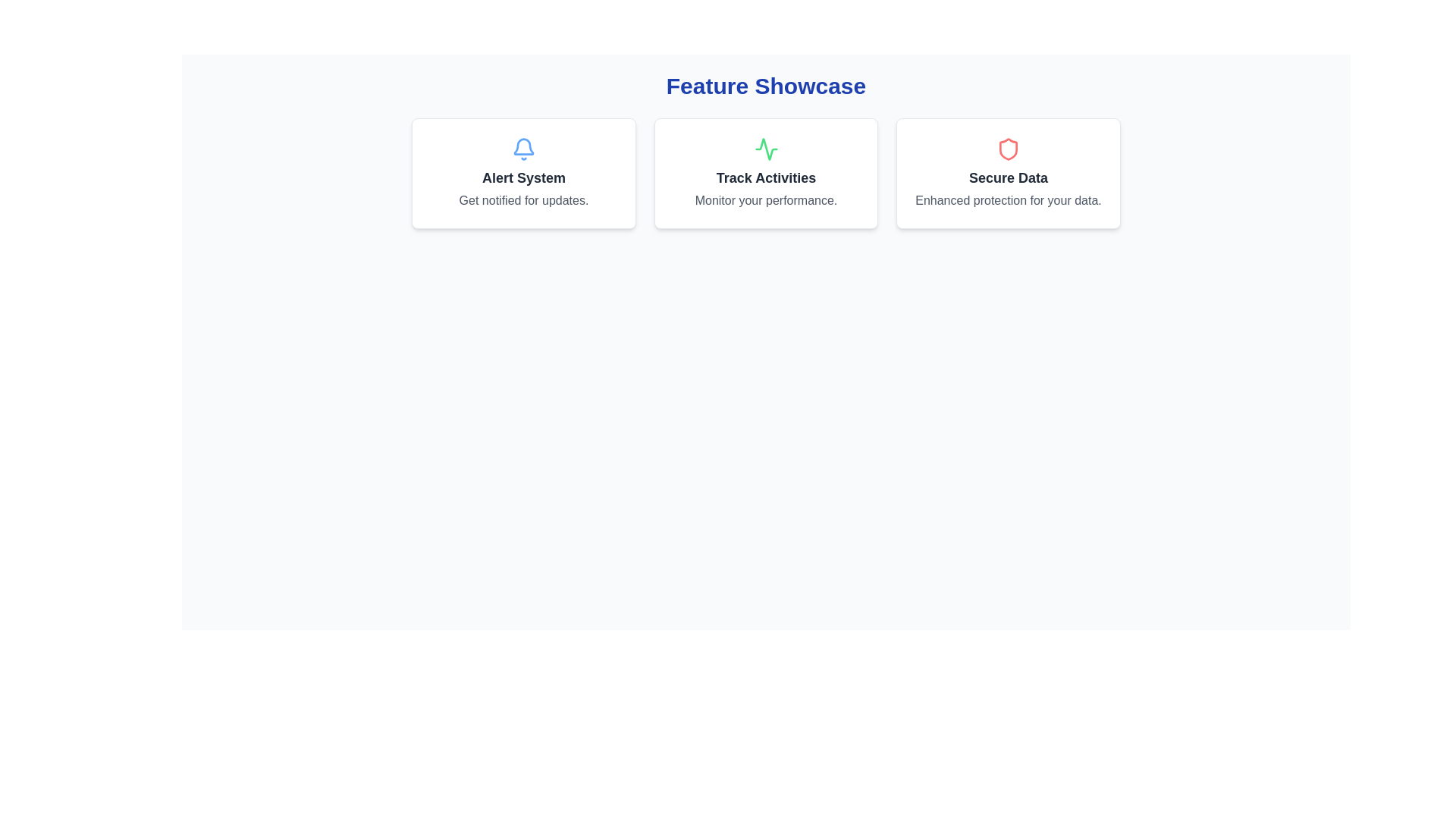 The image size is (1456, 819). Describe the element at coordinates (1008, 149) in the screenshot. I see `the shield icon, which is outlined in red and located within the 'Secure Data' section, above the text on the 'Secure Data' card` at that location.